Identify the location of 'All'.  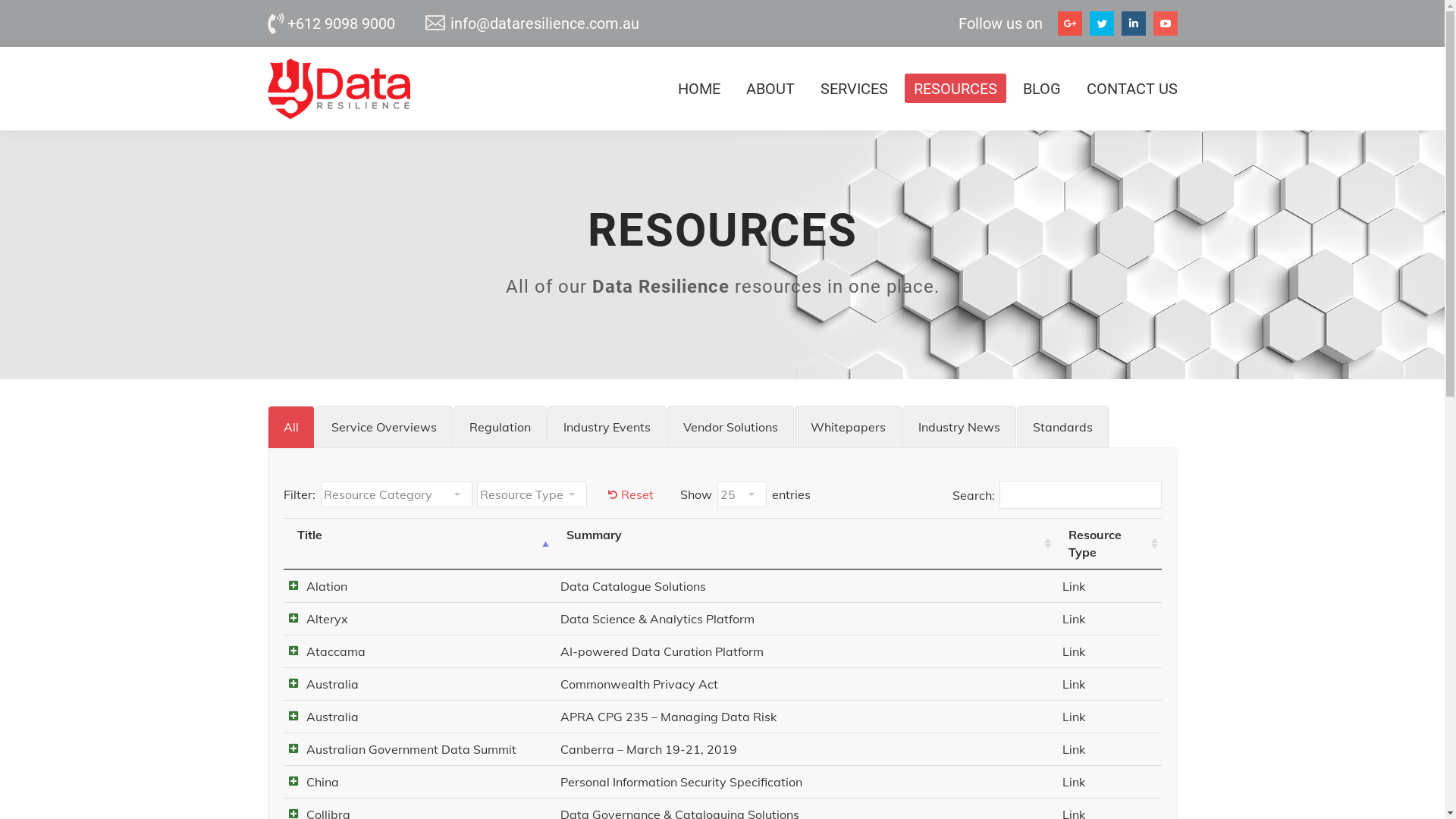
(290, 427).